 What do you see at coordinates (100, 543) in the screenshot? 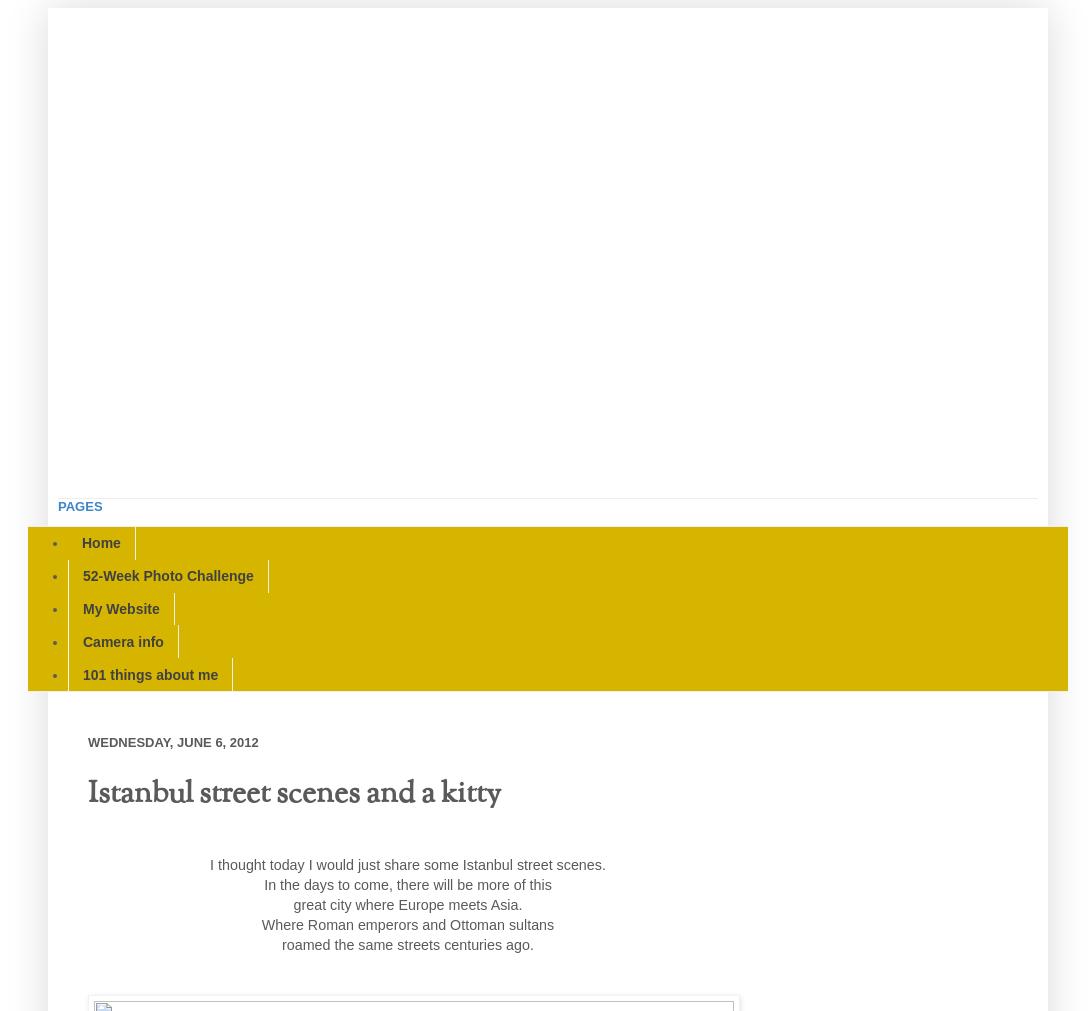
I see `'Home'` at bounding box center [100, 543].